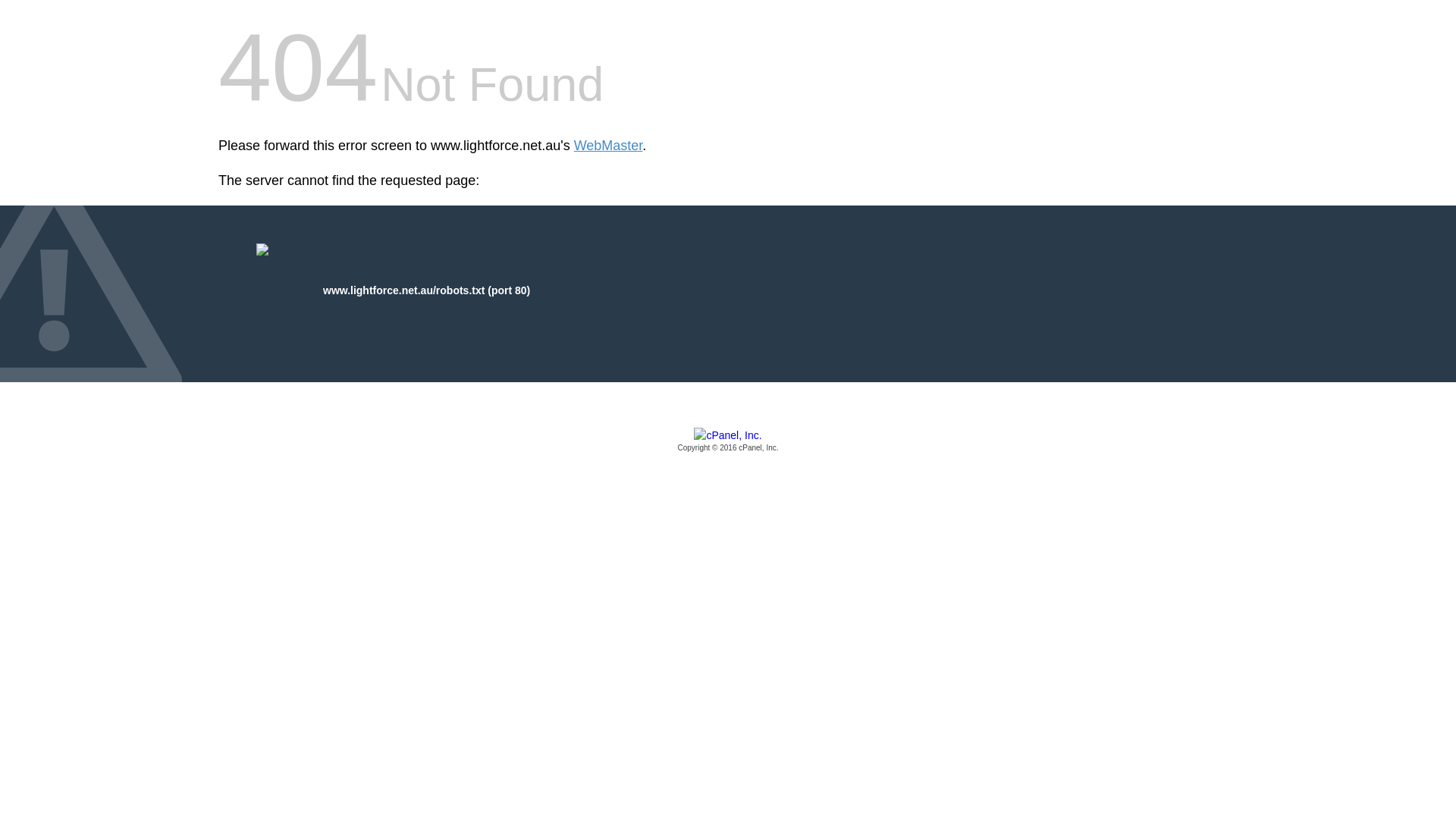  Describe the element at coordinates (608, 146) in the screenshot. I see `'WebMaster'` at that location.